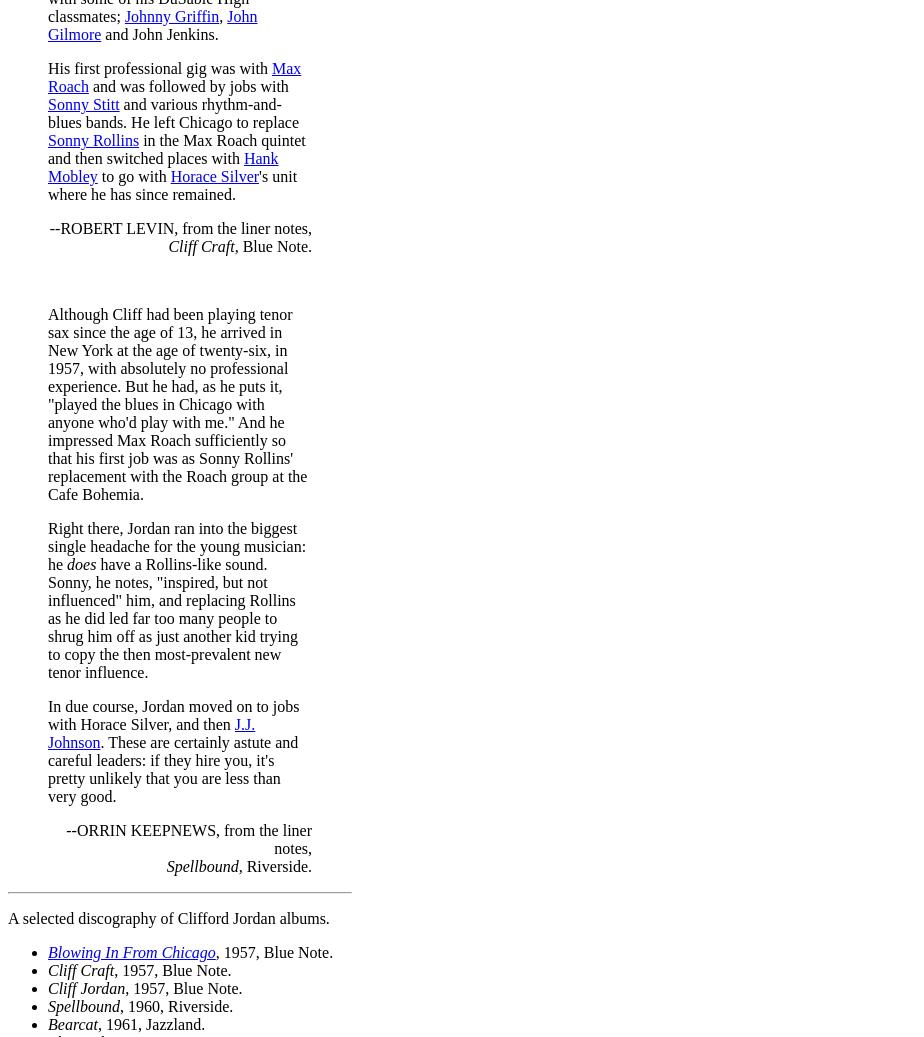 This screenshot has height=1037, width=924. Describe the element at coordinates (93, 138) in the screenshot. I see `'Sonny Rollins'` at that location.